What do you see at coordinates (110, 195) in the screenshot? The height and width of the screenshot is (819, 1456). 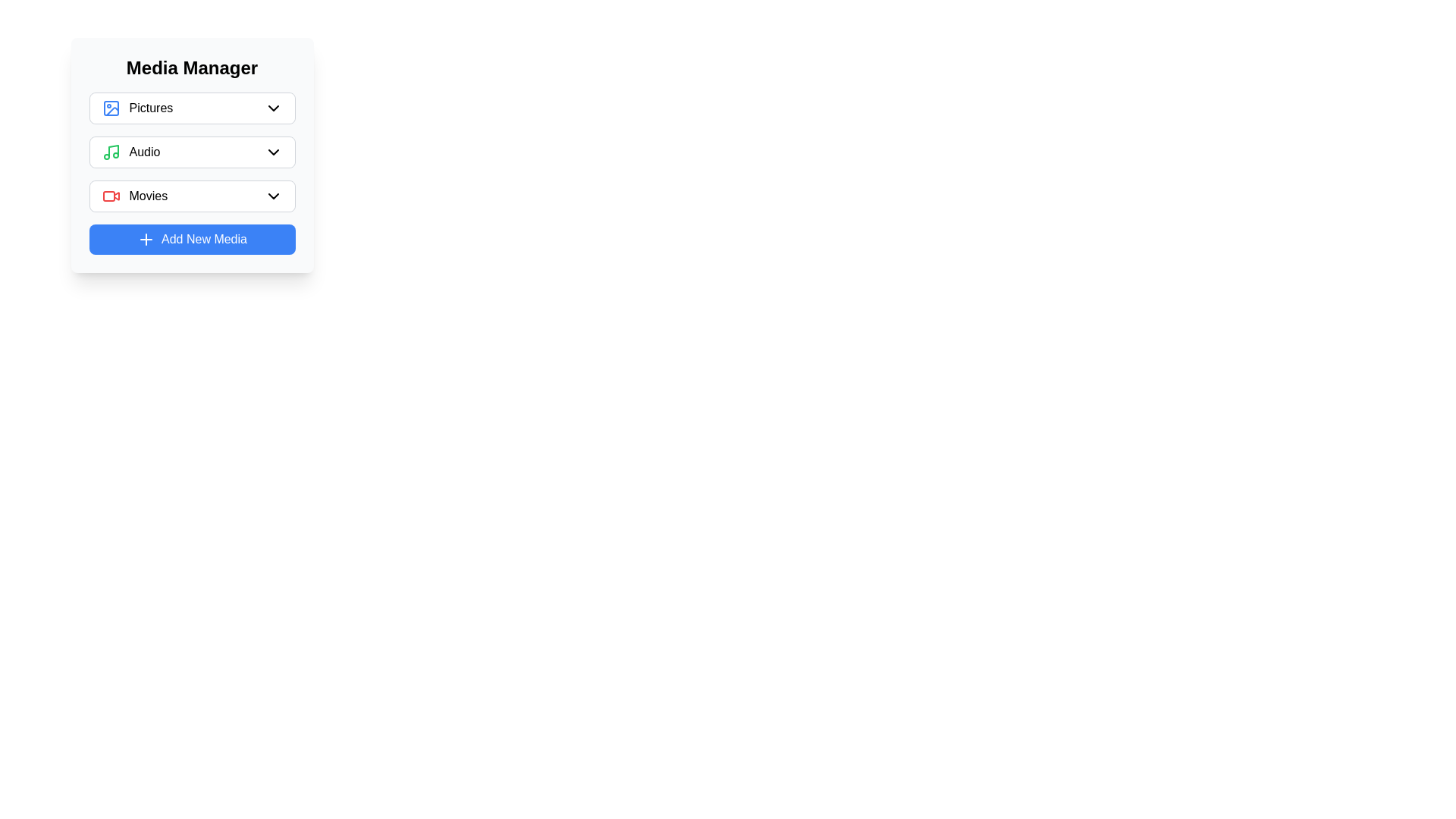 I see `the video camera icon filled with red color located next to the 'Movies' label in the 'Media Manager' section` at bounding box center [110, 195].